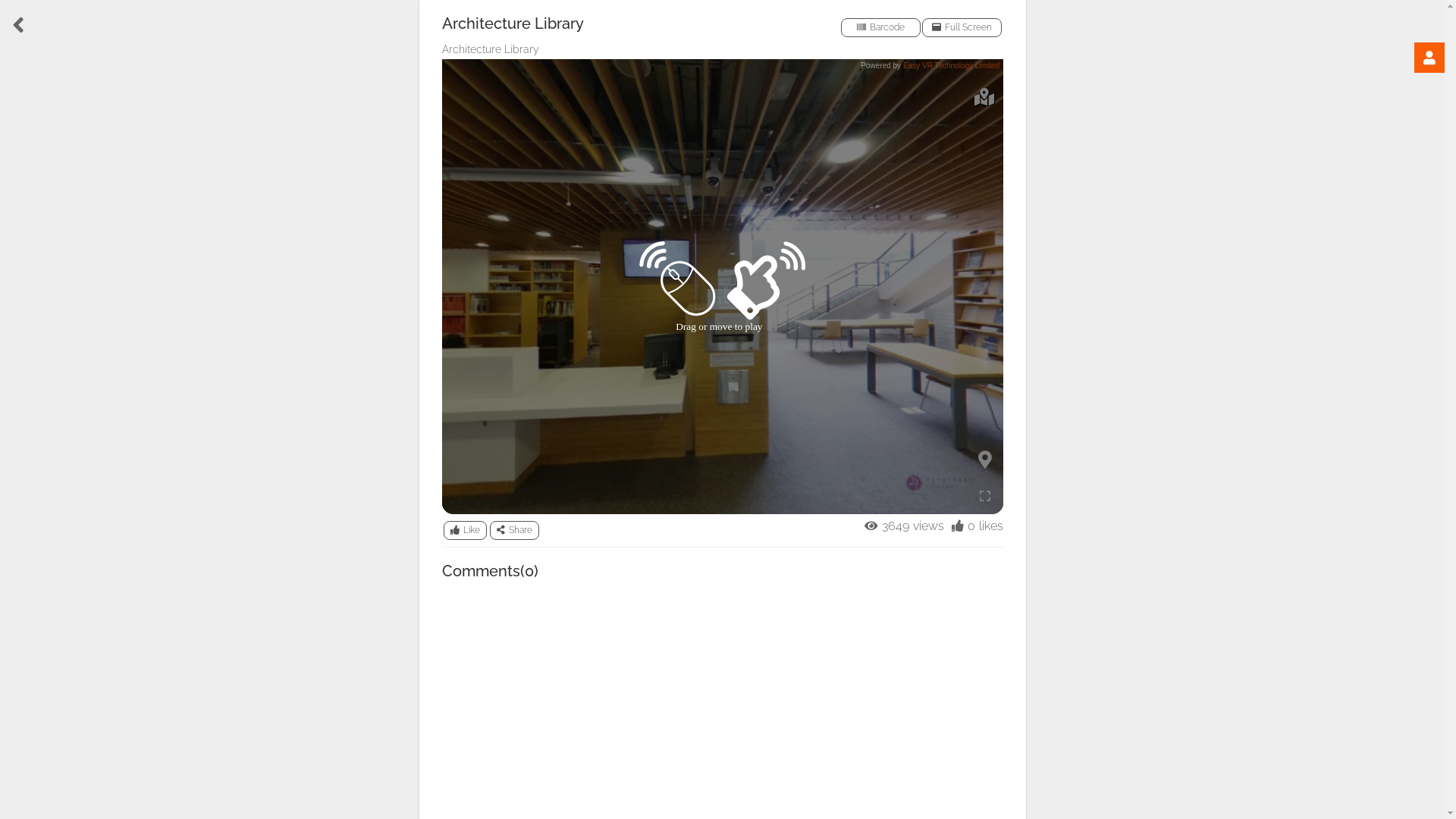  Describe the element at coordinates (490, 529) in the screenshot. I see `'Share'` at that location.